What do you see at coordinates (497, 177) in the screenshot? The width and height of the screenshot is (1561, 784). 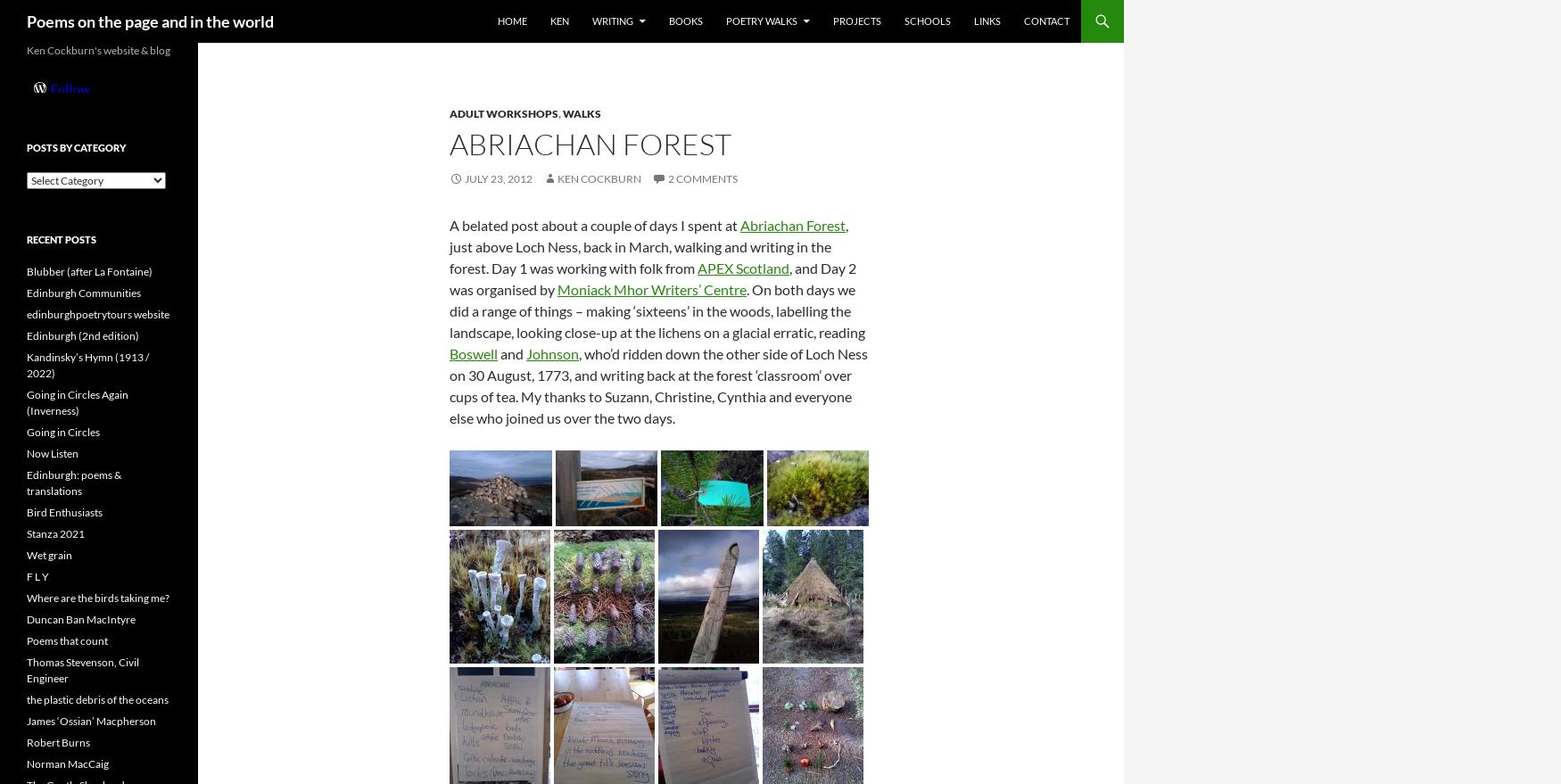 I see `'July 23, 2012'` at bounding box center [497, 177].